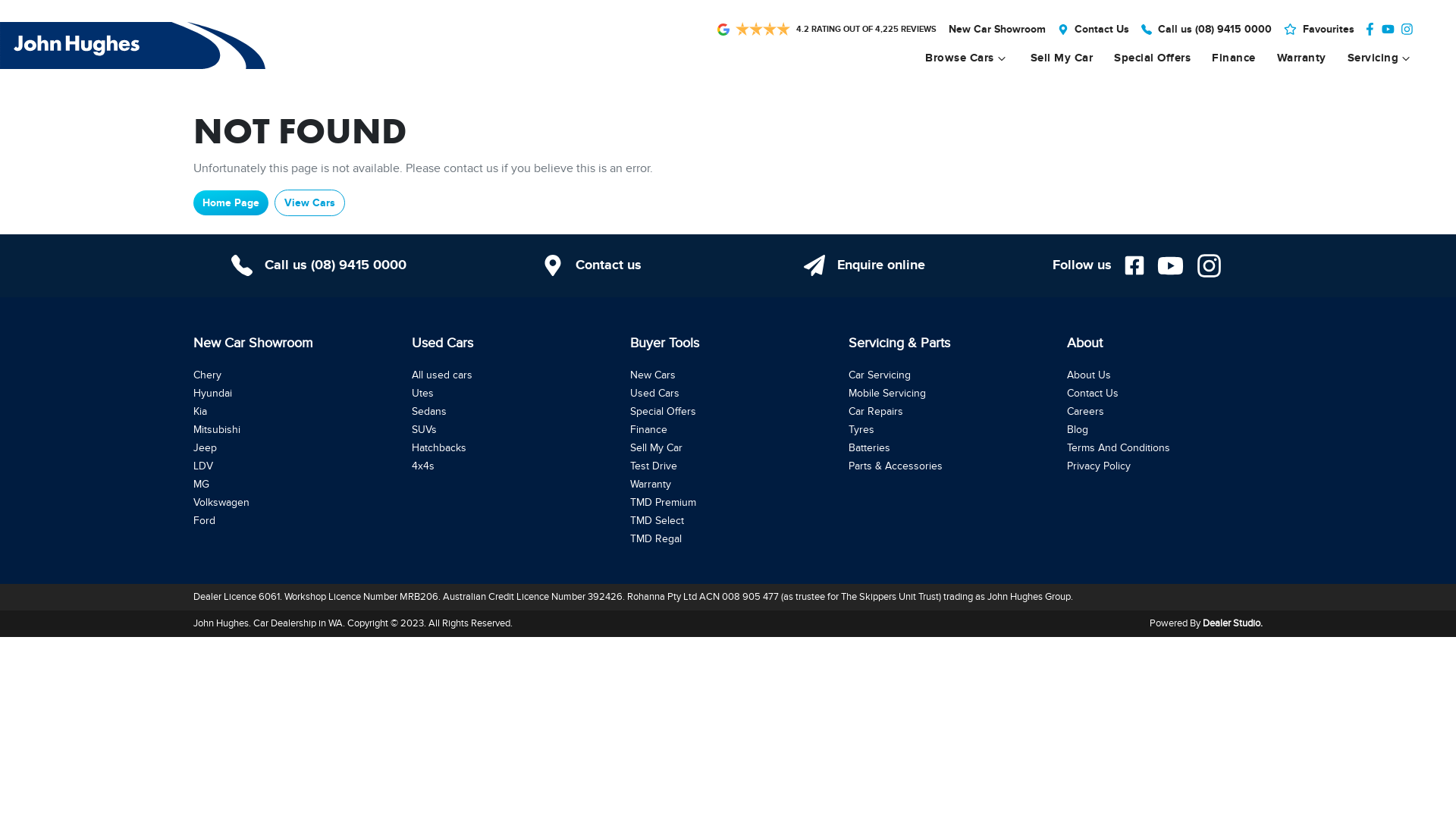 The width and height of the screenshot is (1456, 819). I want to click on 'About Us', so click(1087, 375).